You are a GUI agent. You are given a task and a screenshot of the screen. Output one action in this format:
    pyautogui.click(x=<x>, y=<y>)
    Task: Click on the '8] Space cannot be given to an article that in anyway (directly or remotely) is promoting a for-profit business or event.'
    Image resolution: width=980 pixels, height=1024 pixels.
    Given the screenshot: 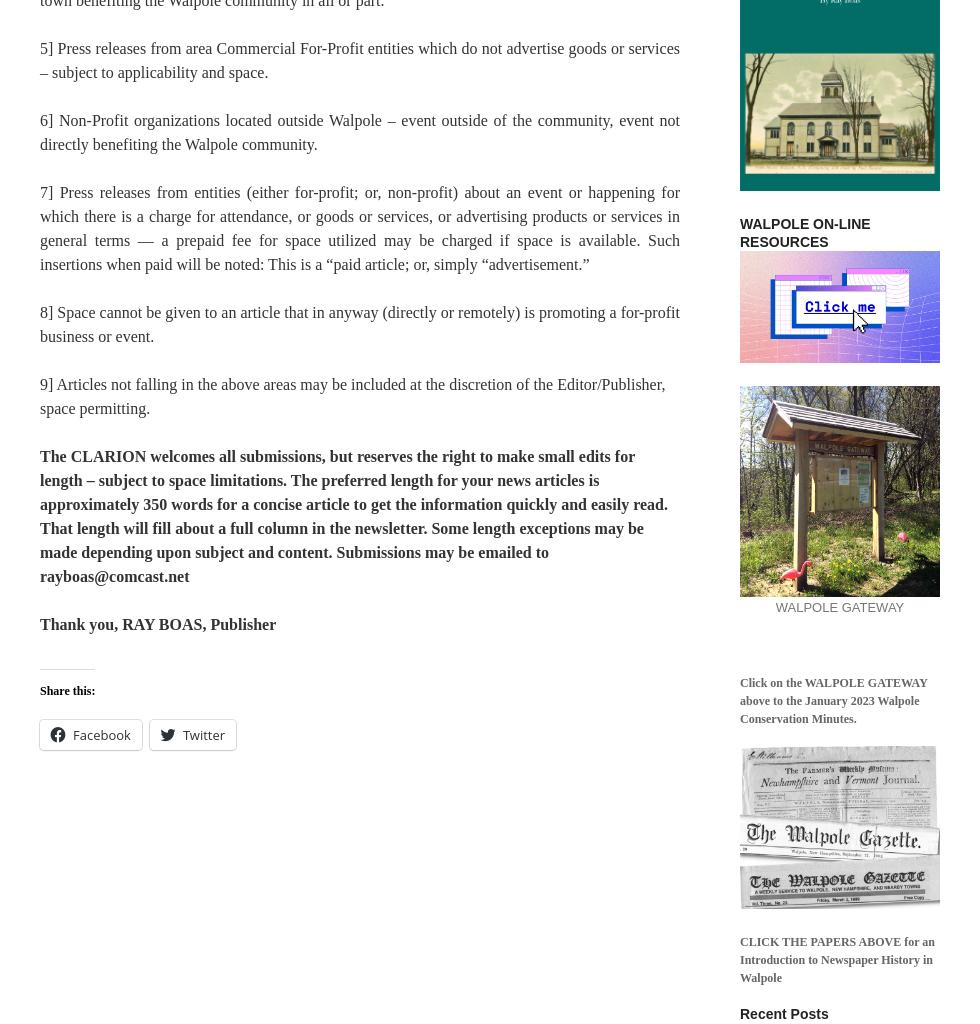 What is the action you would take?
    pyautogui.click(x=359, y=323)
    